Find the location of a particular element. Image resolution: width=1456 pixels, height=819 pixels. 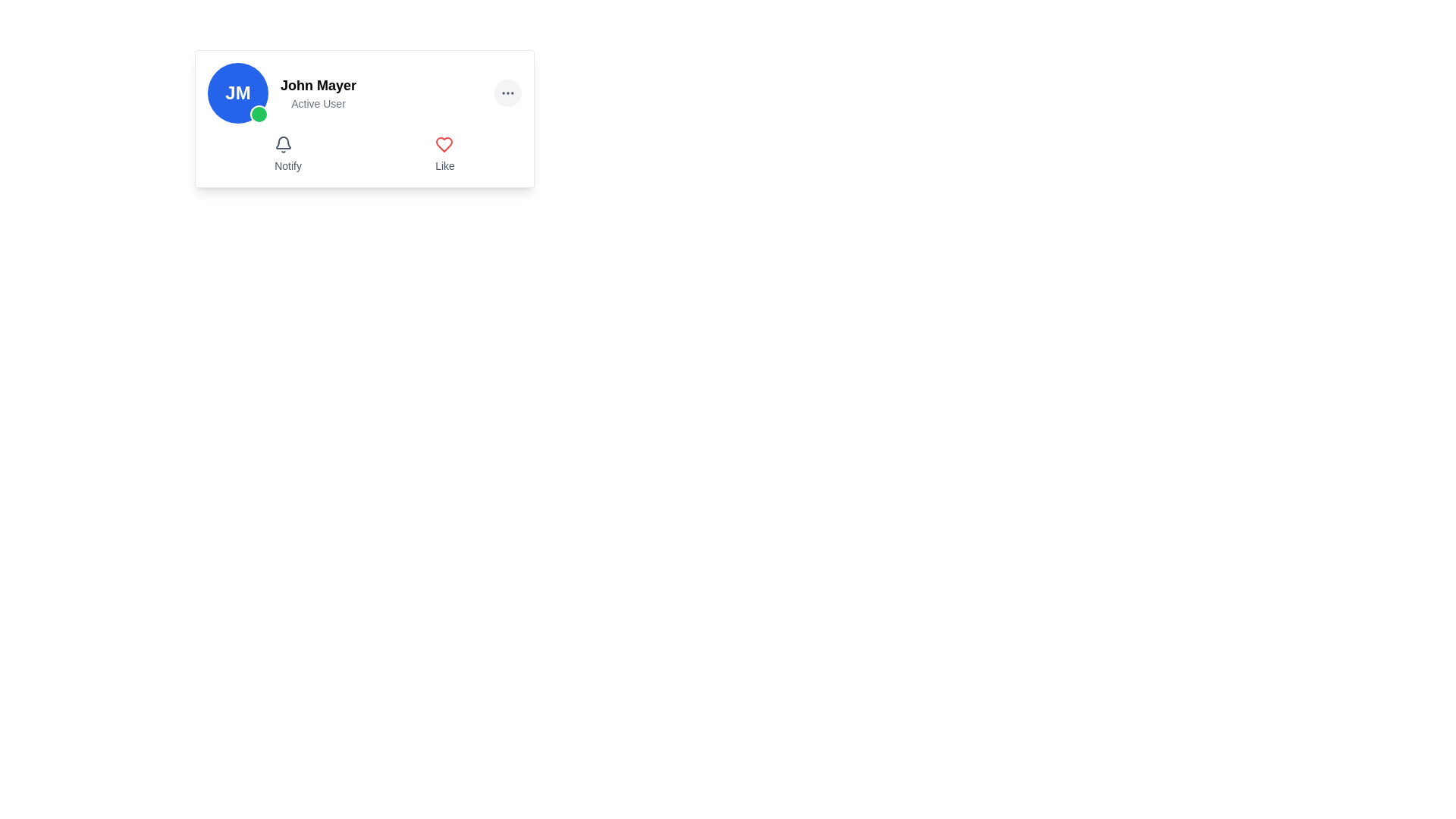

the text content of the 'Like' label located below the red heart icon in the top right region of the card interface is located at coordinates (444, 166).